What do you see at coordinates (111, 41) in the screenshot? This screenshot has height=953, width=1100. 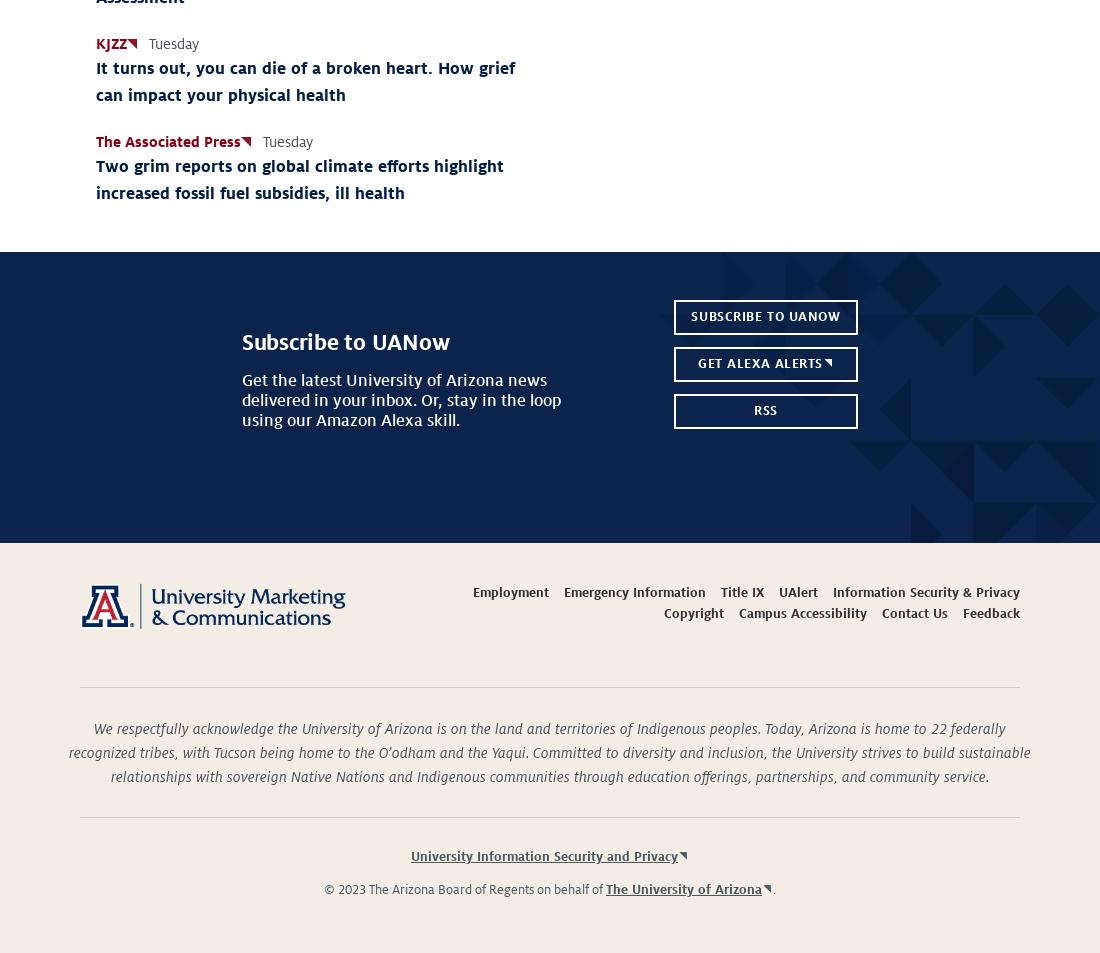 I see `'KJZZ'` at bounding box center [111, 41].